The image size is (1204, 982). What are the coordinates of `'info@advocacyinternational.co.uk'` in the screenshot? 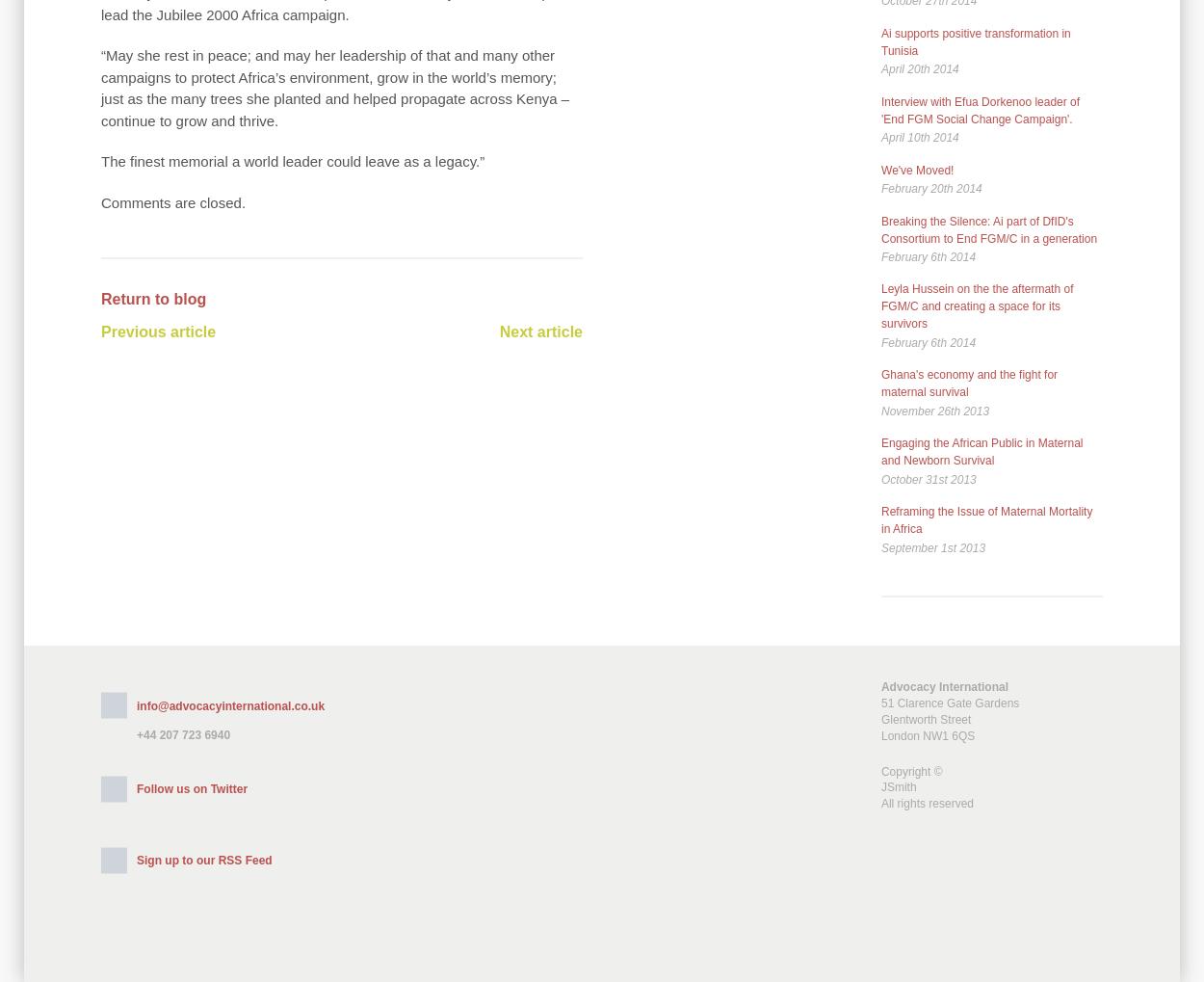 It's located at (229, 705).